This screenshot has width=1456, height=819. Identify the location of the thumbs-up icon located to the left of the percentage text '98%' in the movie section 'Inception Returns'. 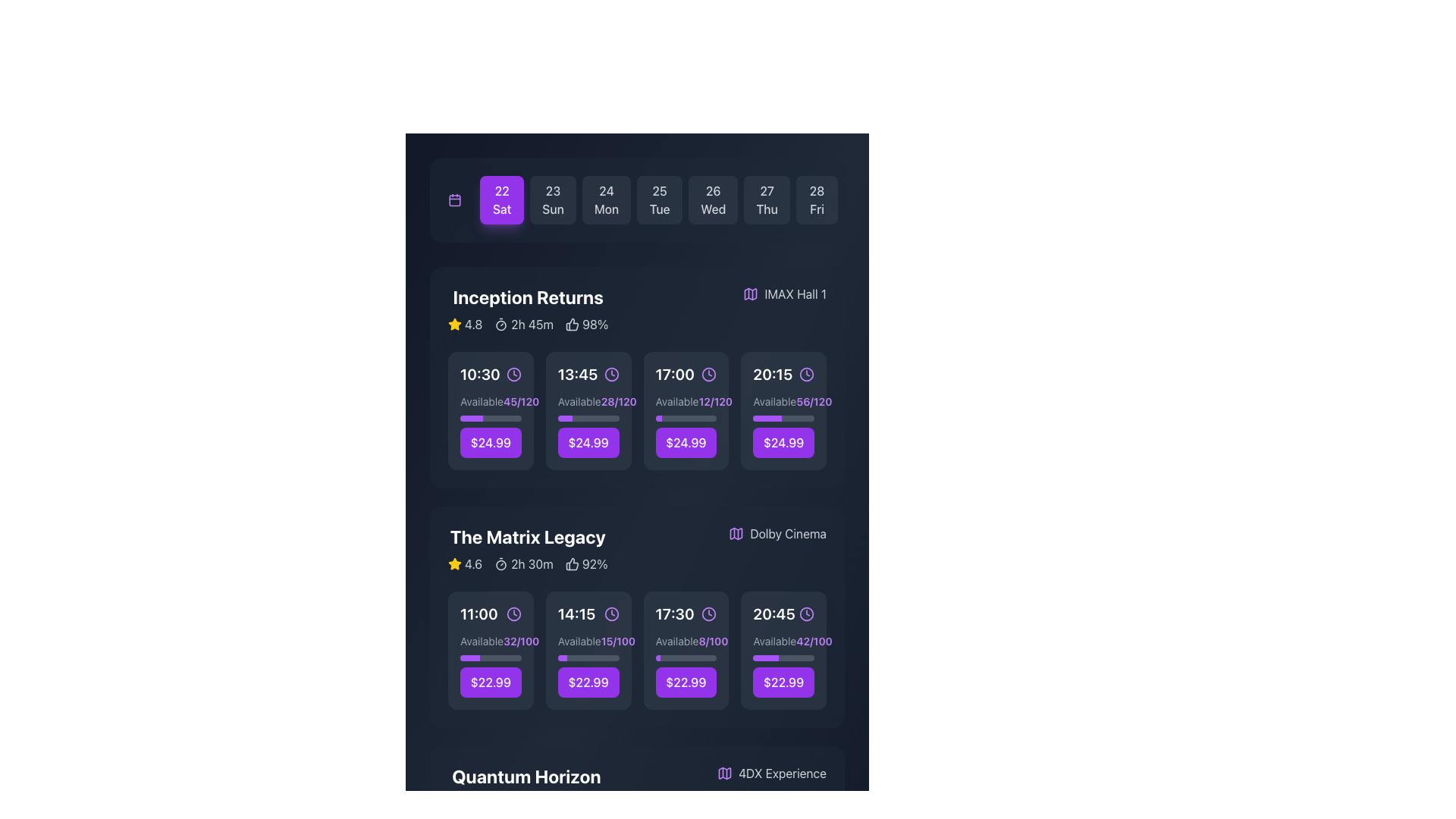
(572, 324).